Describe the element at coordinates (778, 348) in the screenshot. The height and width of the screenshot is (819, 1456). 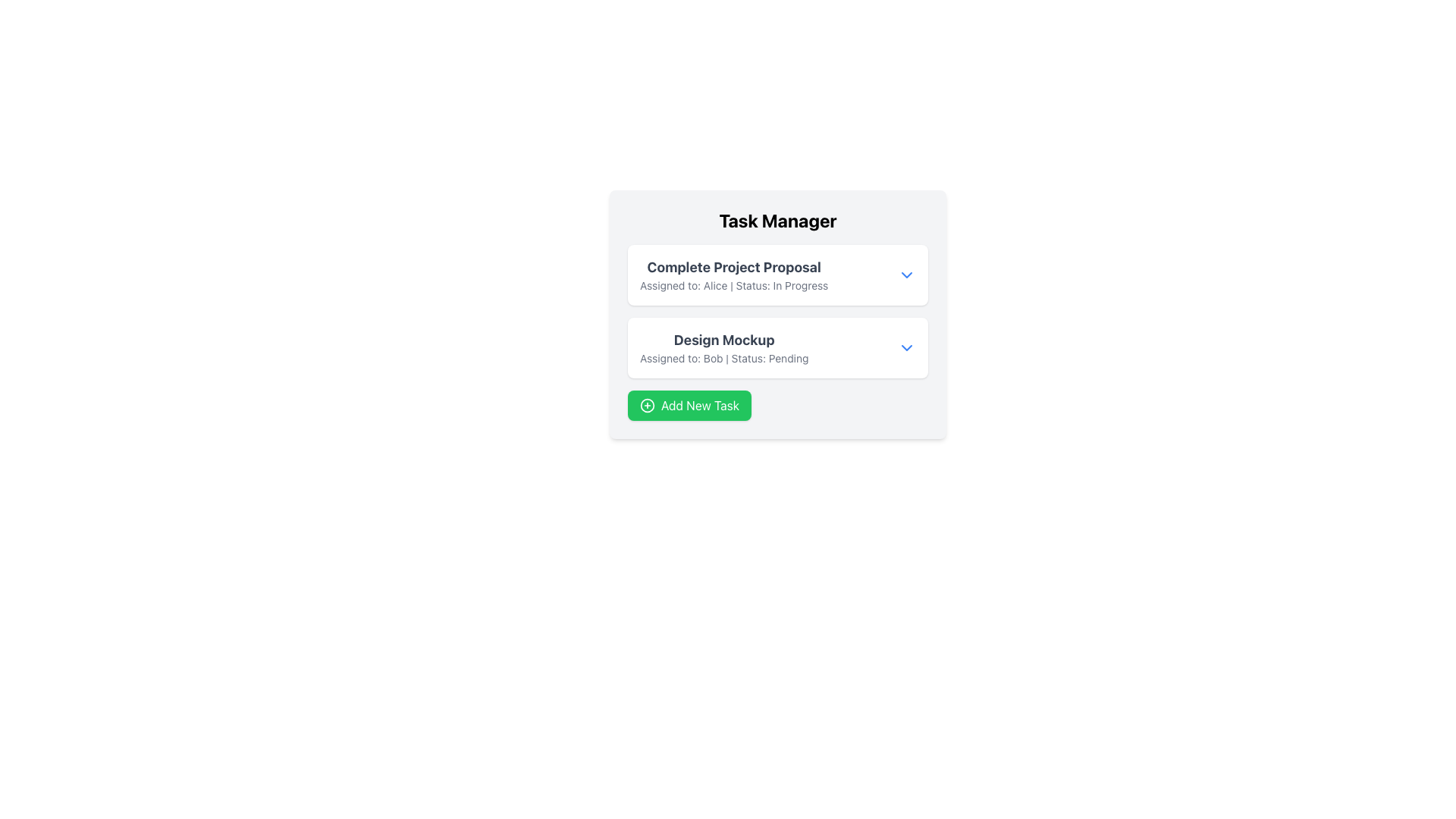
I see `the blue arrow of the Information Display Block with Dropdown Indicator` at that location.